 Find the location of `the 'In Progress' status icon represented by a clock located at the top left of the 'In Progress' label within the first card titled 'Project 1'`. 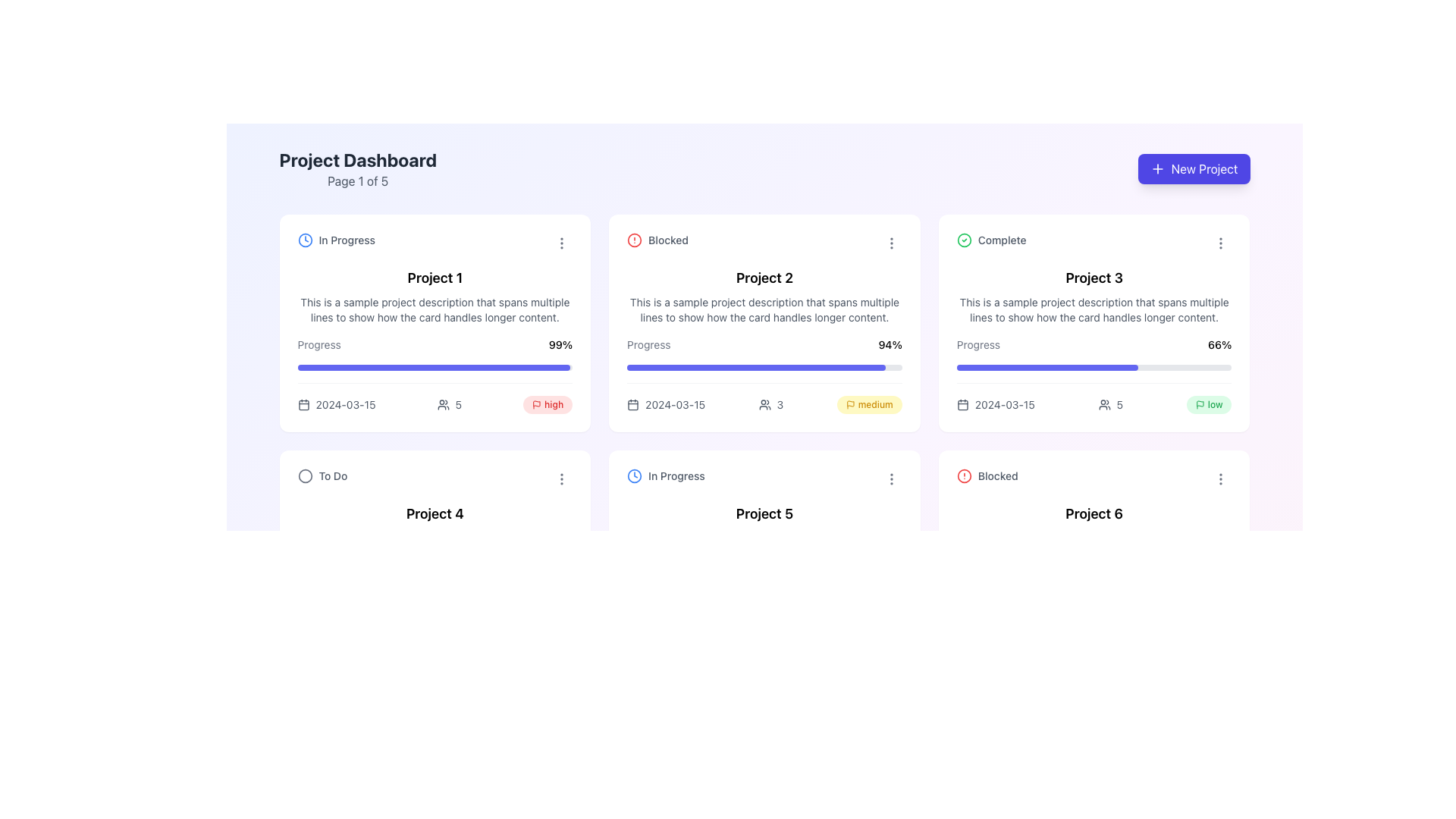

the 'In Progress' status icon represented by a clock located at the top left of the 'In Progress' label within the first card titled 'Project 1' is located at coordinates (304, 239).